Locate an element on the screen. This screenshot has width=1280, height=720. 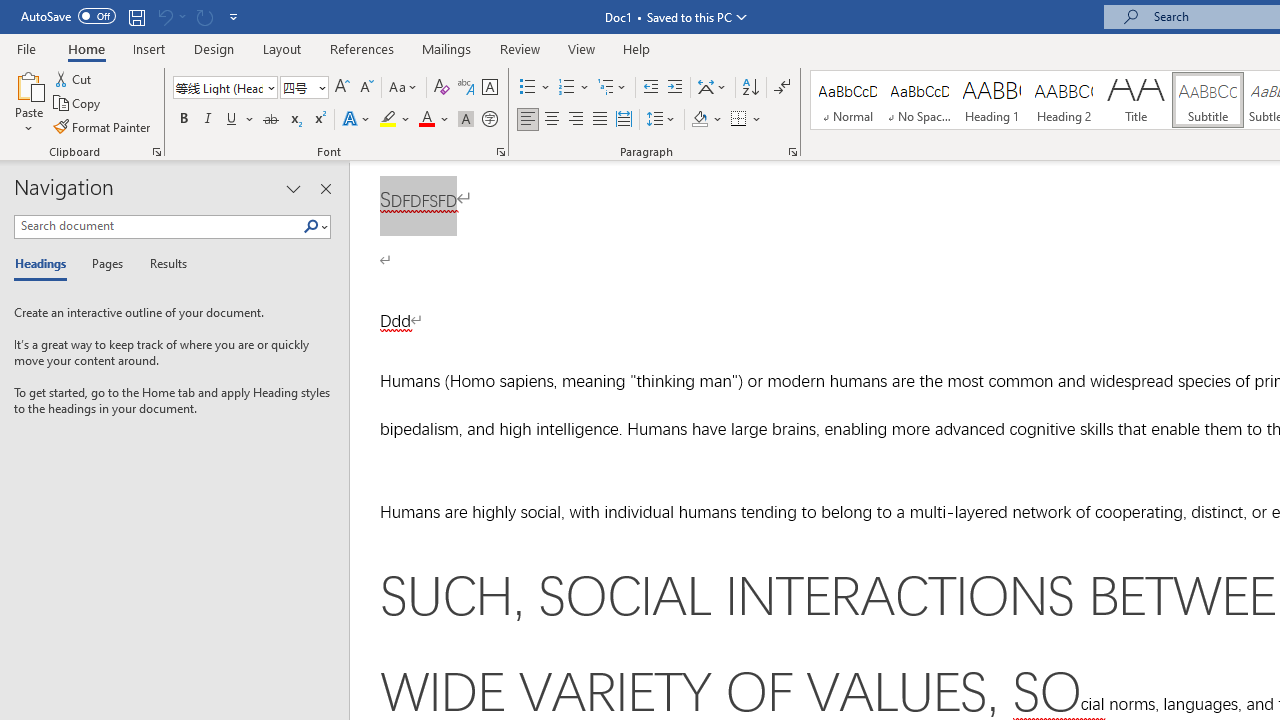
'Design' is located at coordinates (214, 48).